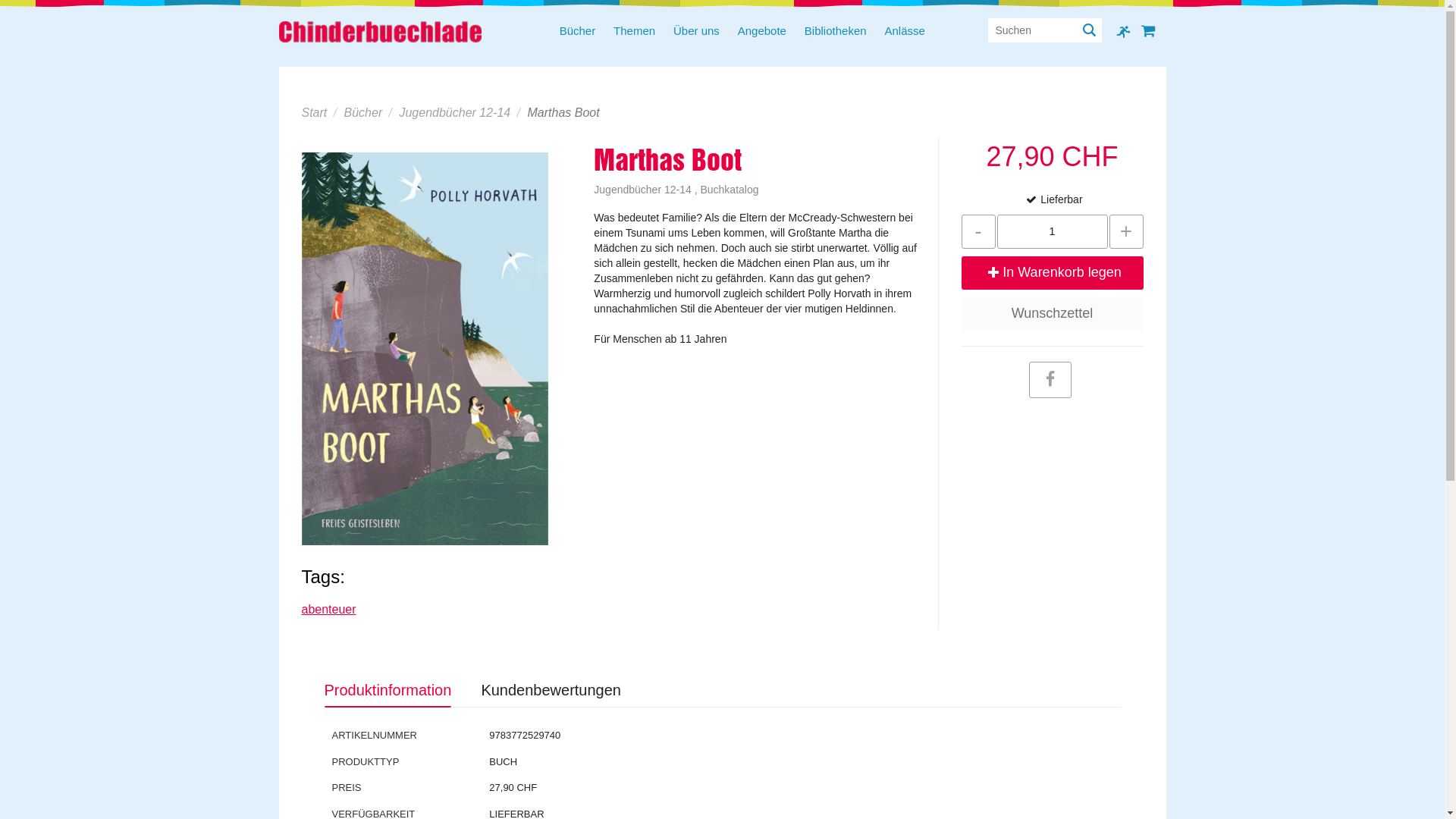  What do you see at coordinates (1051, 312) in the screenshot?
I see `'Wunschzettel'` at bounding box center [1051, 312].